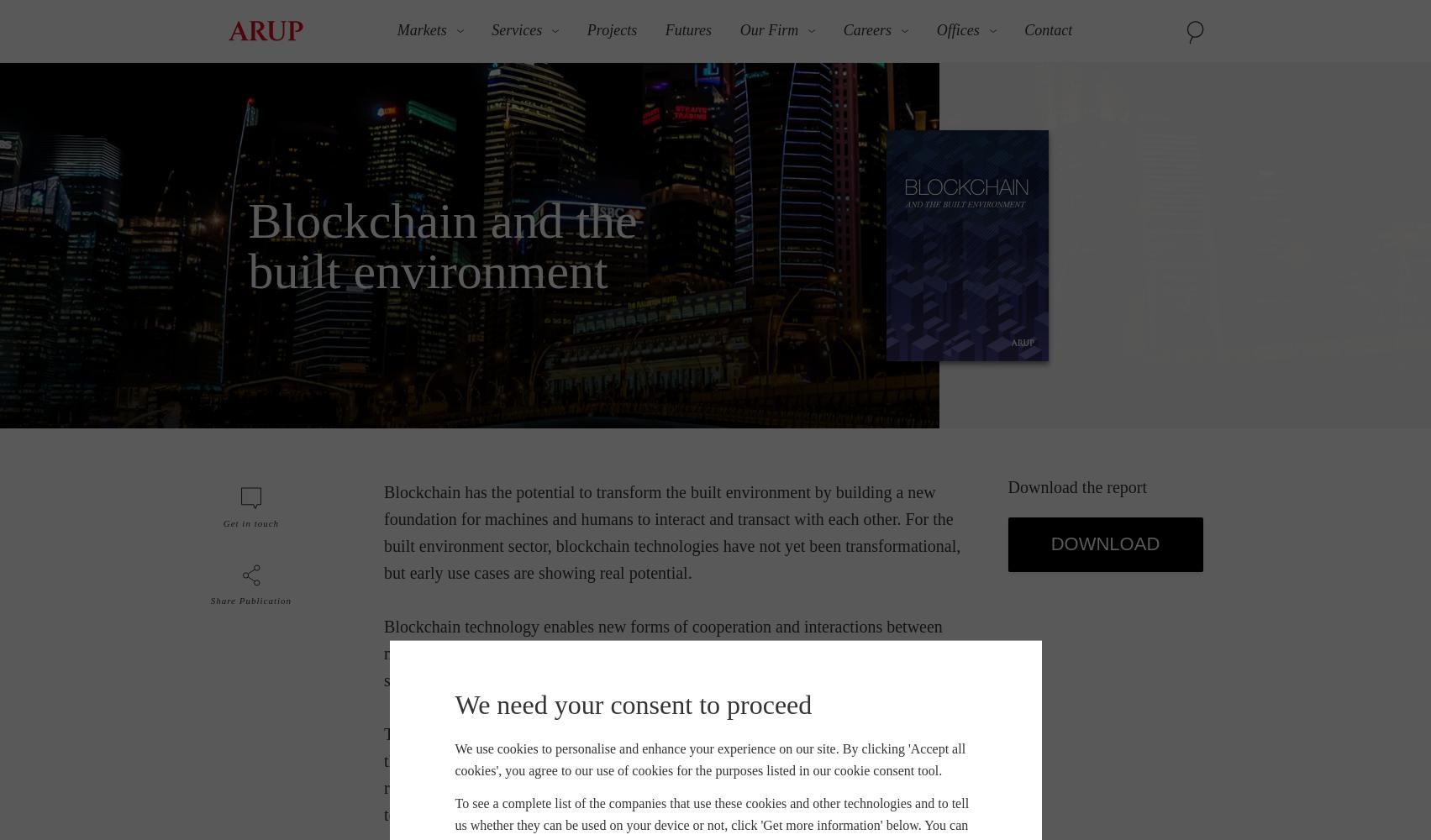 This screenshot has width=1431, height=840. I want to click on 'Partnerships', so click(943, 311).